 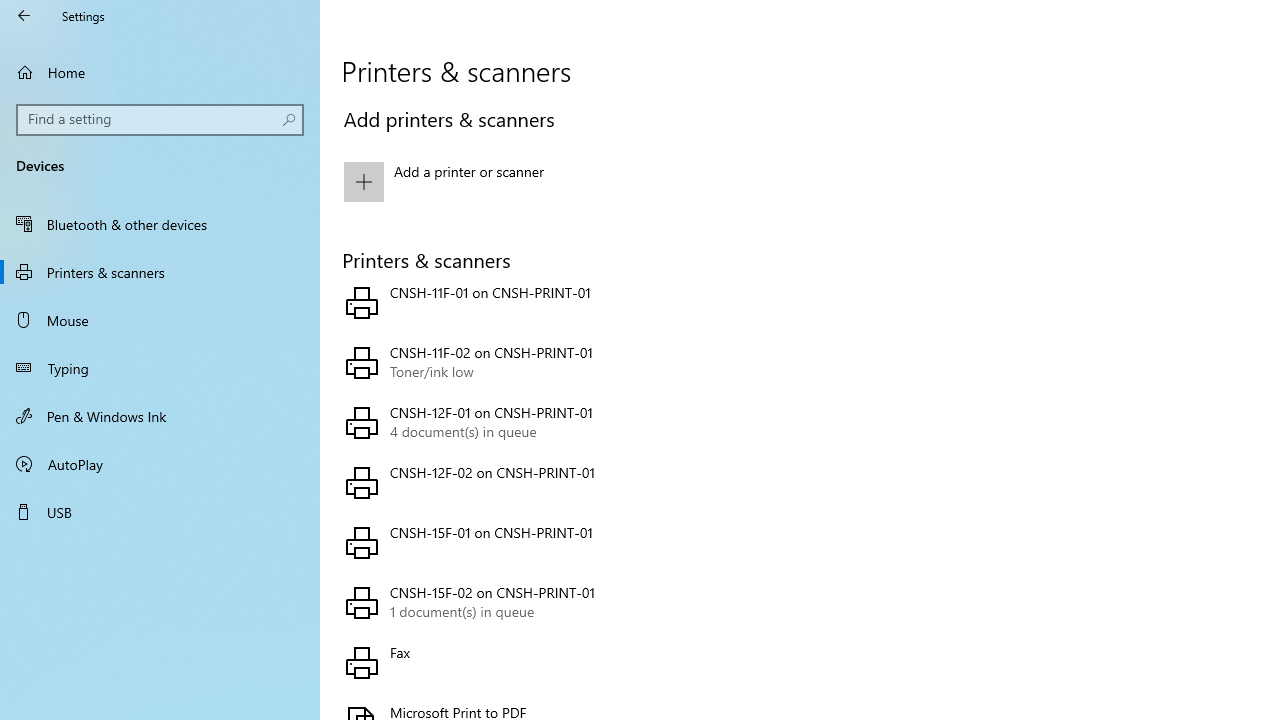 What do you see at coordinates (160, 119) in the screenshot?
I see `'Search box, Find a setting'` at bounding box center [160, 119].